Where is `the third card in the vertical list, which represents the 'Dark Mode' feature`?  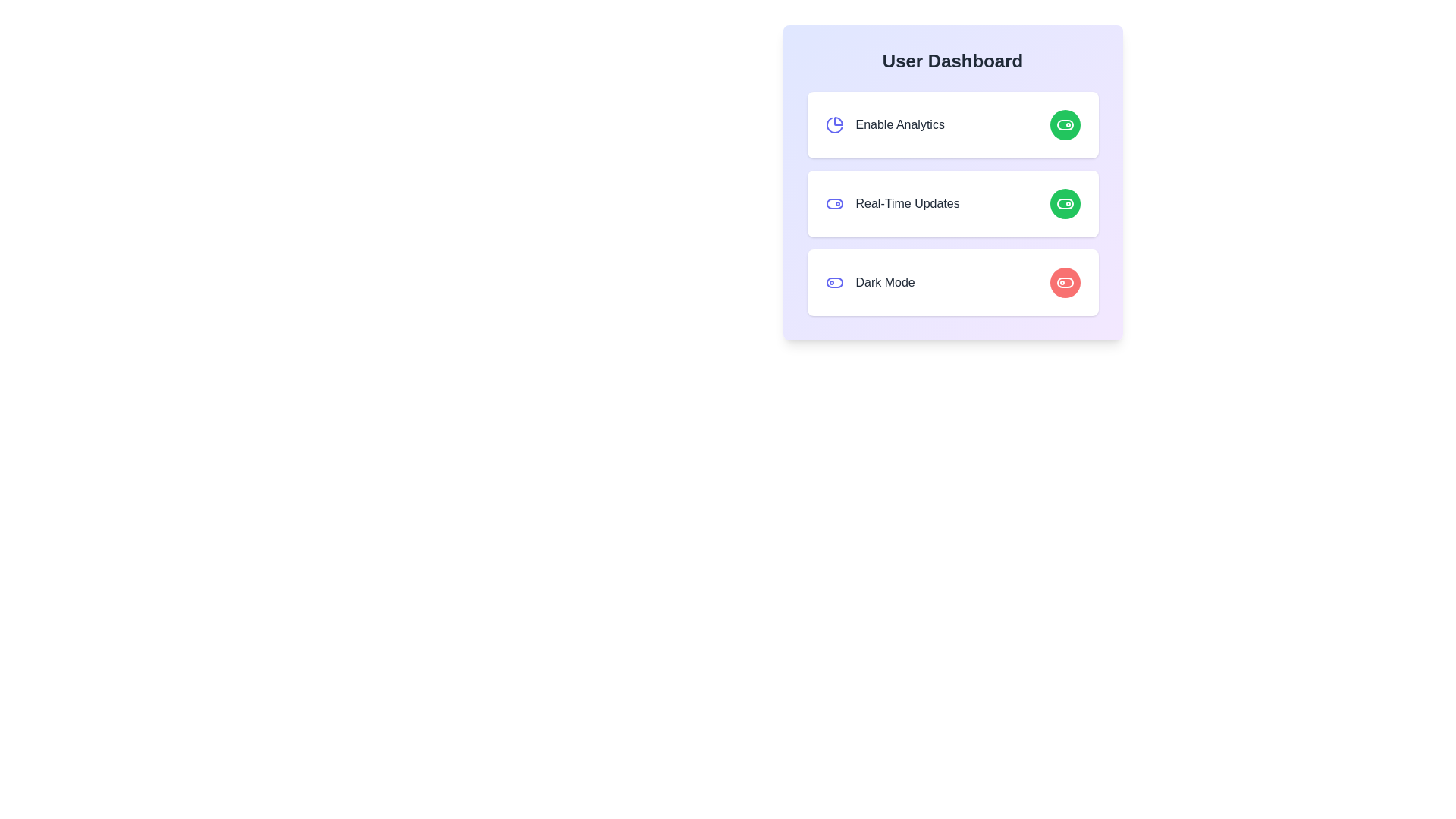
the third card in the vertical list, which represents the 'Dark Mode' feature is located at coordinates (952, 283).